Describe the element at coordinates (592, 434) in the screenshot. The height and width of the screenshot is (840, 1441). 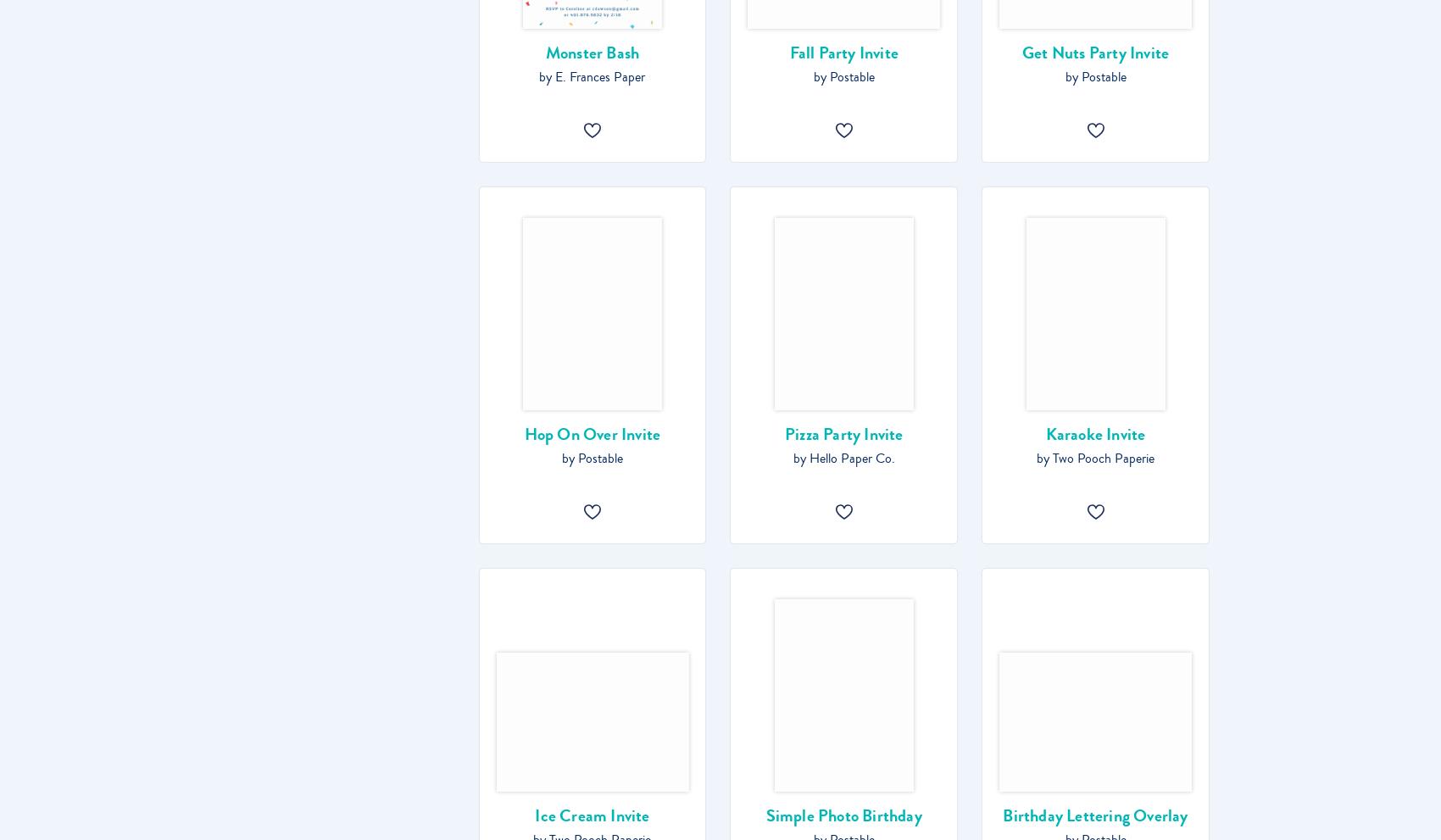
I see `'Hop On Over Invite'` at that location.